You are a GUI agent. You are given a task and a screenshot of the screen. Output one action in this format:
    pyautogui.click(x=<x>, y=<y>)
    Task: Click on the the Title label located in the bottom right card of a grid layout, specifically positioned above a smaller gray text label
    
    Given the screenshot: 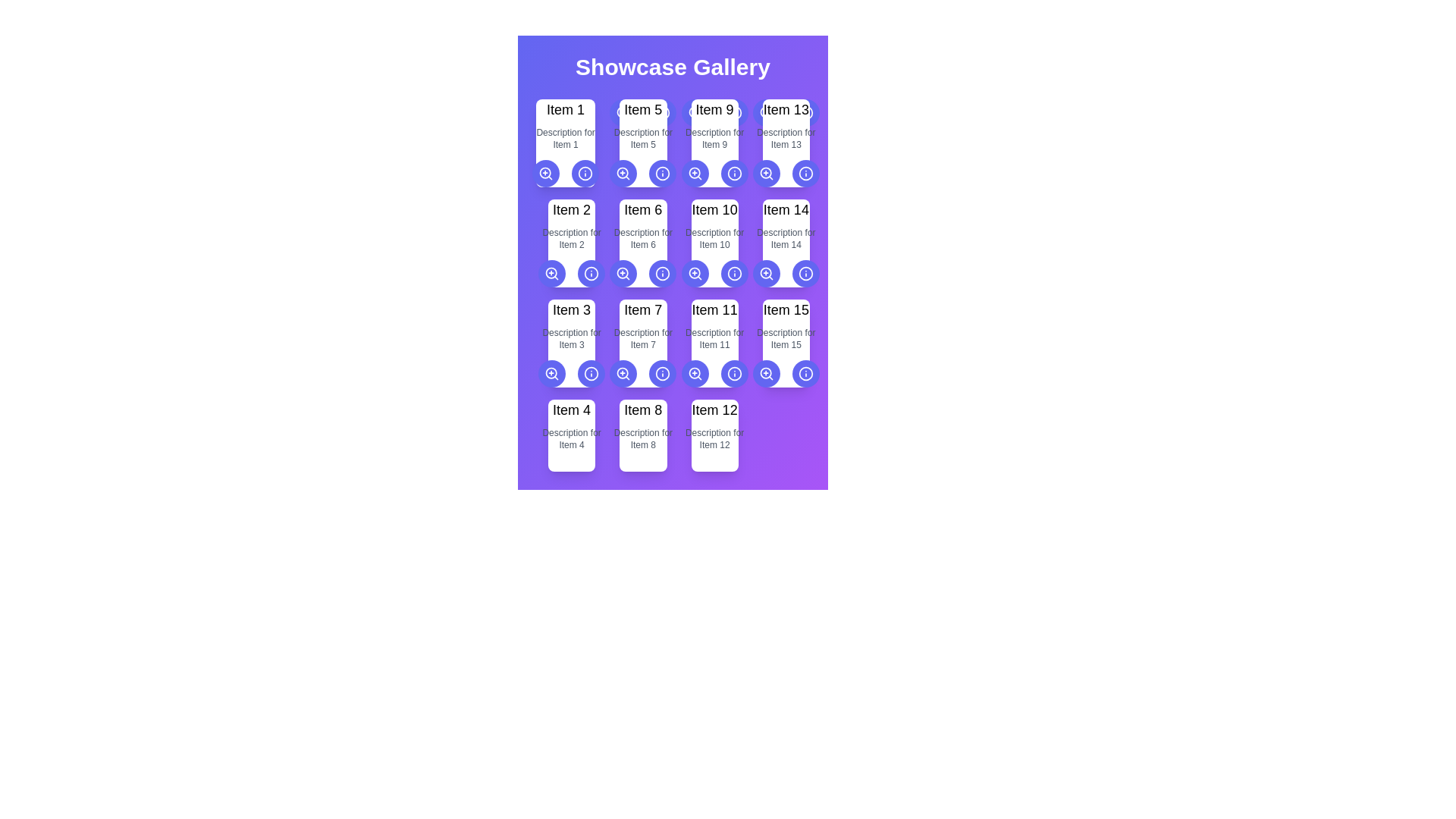 What is the action you would take?
    pyautogui.click(x=714, y=409)
    